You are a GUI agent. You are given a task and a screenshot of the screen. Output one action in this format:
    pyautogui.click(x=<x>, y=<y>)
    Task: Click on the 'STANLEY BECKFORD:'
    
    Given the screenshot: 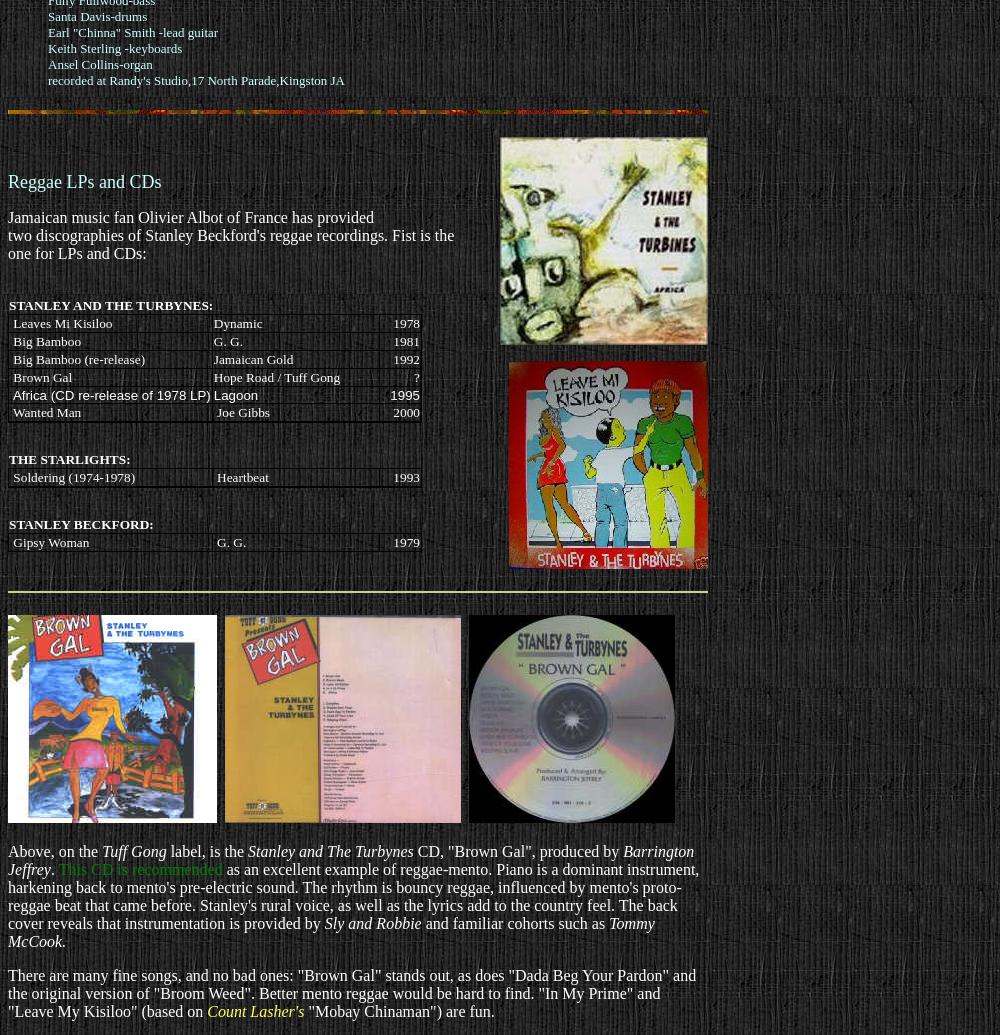 What is the action you would take?
    pyautogui.click(x=80, y=523)
    